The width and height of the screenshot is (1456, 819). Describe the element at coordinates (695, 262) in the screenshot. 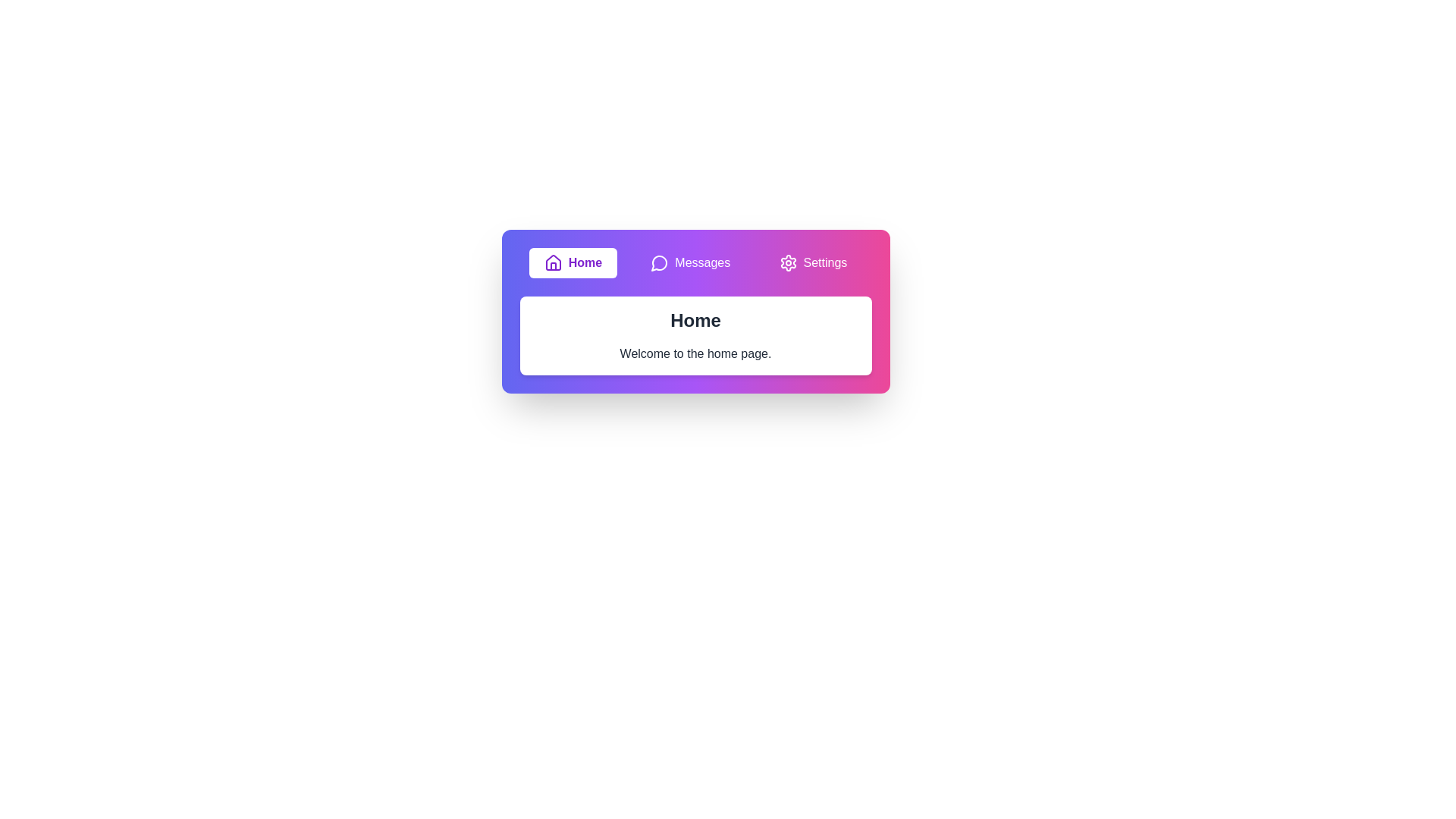

I see `the 'Messages' option in the horizontal navigation menu` at that location.